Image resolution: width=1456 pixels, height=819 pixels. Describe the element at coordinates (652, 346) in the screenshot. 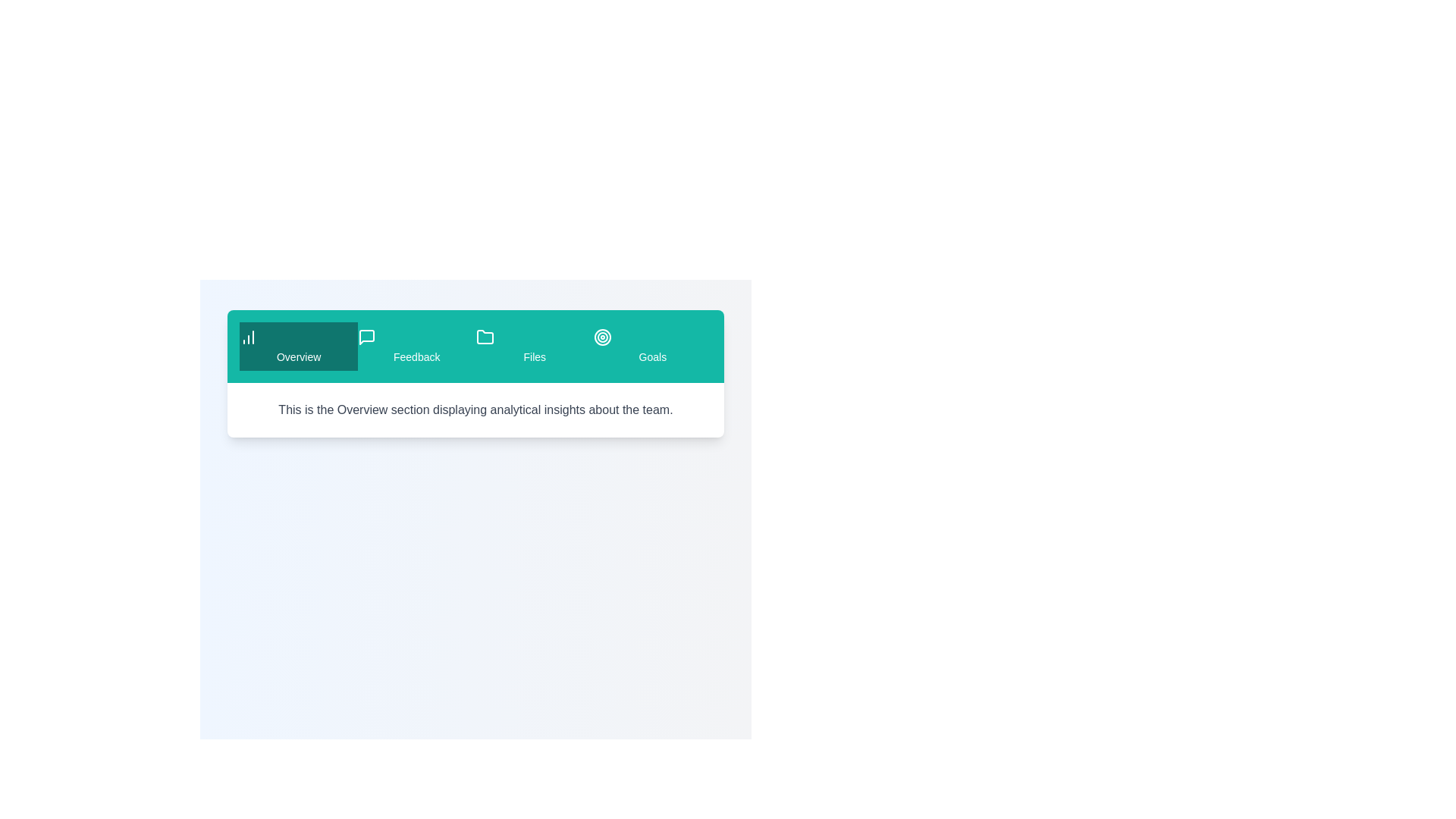

I see `the tab Goals to view its content` at that location.